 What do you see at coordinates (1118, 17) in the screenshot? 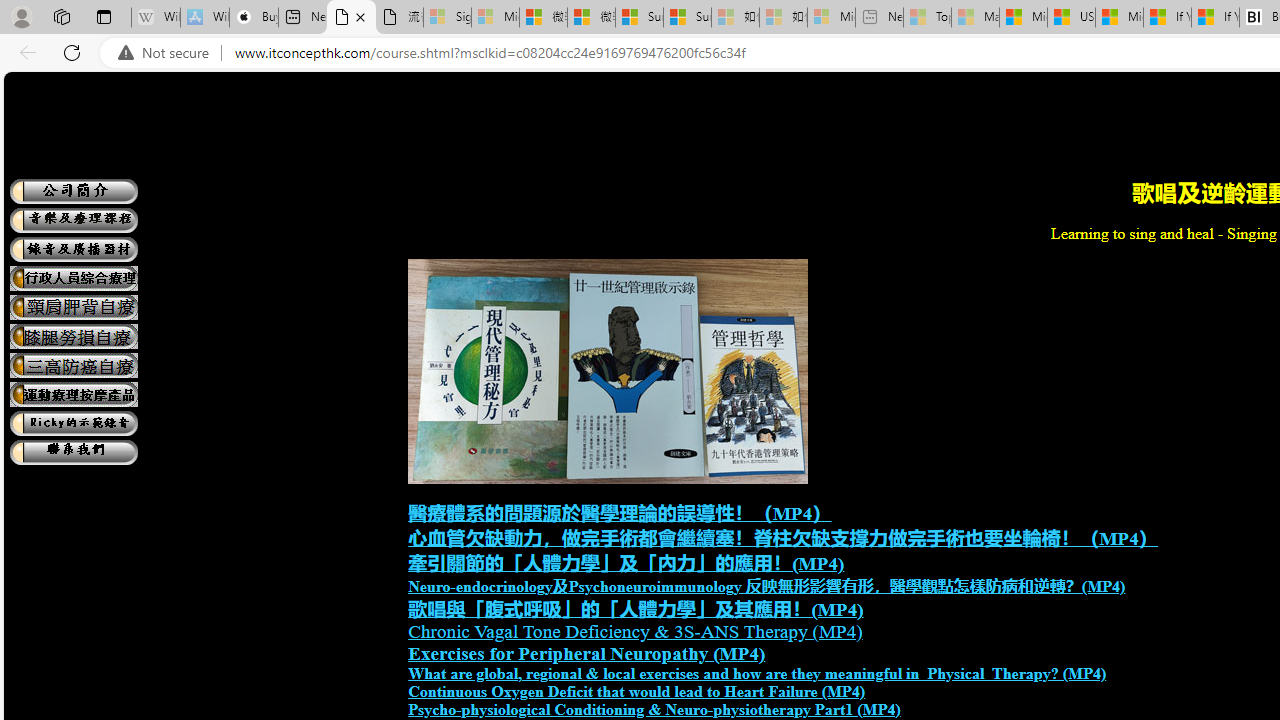
I see `'Microsoft Start'` at bounding box center [1118, 17].